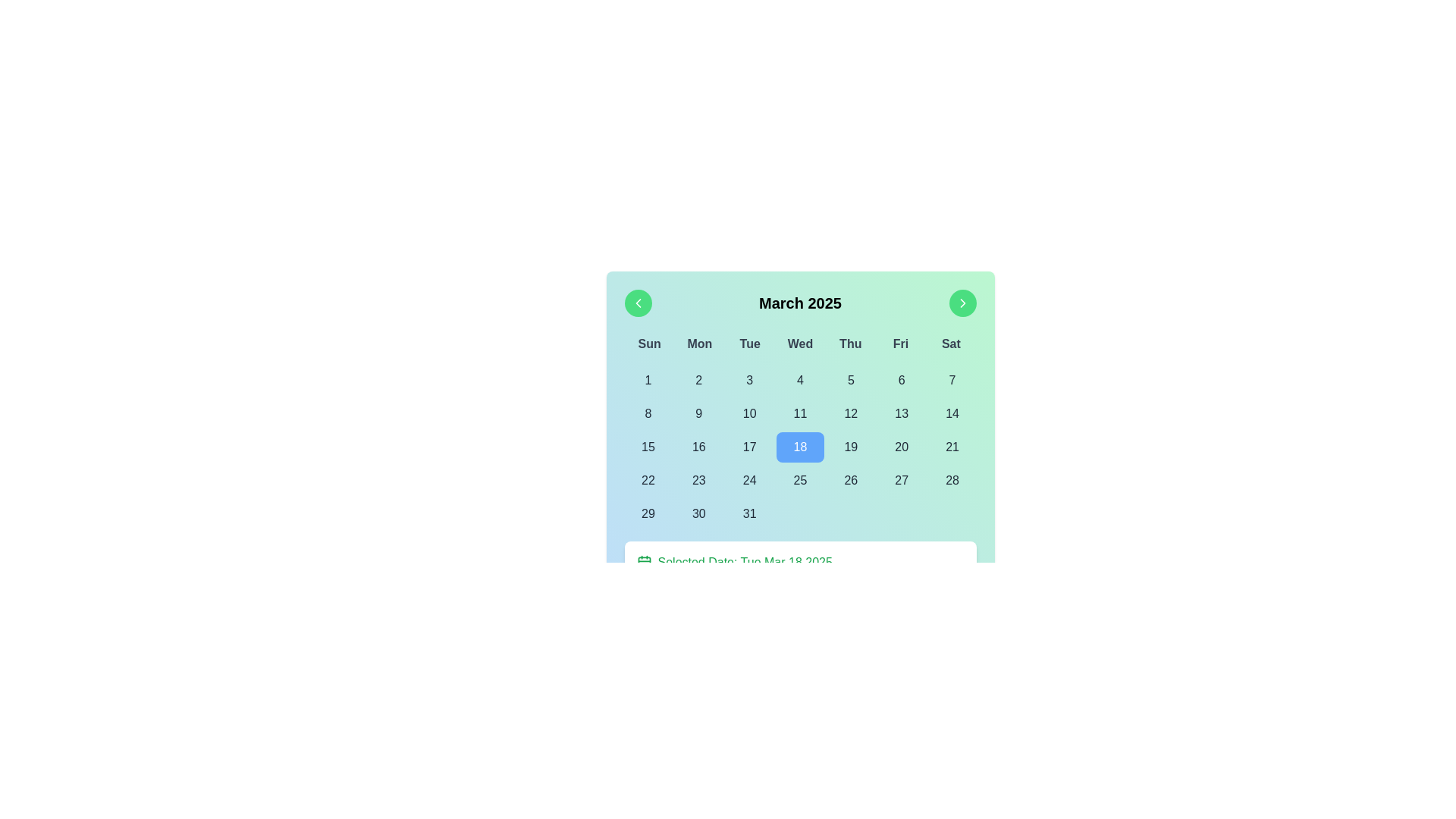 This screenshot has height=819, width=1456. I want to click on the static text label indicating 'Sat' for Saturday in the weekday header of the calendar view, located in the week header grid beneath the 'March 2025' header, so click(950, 344).